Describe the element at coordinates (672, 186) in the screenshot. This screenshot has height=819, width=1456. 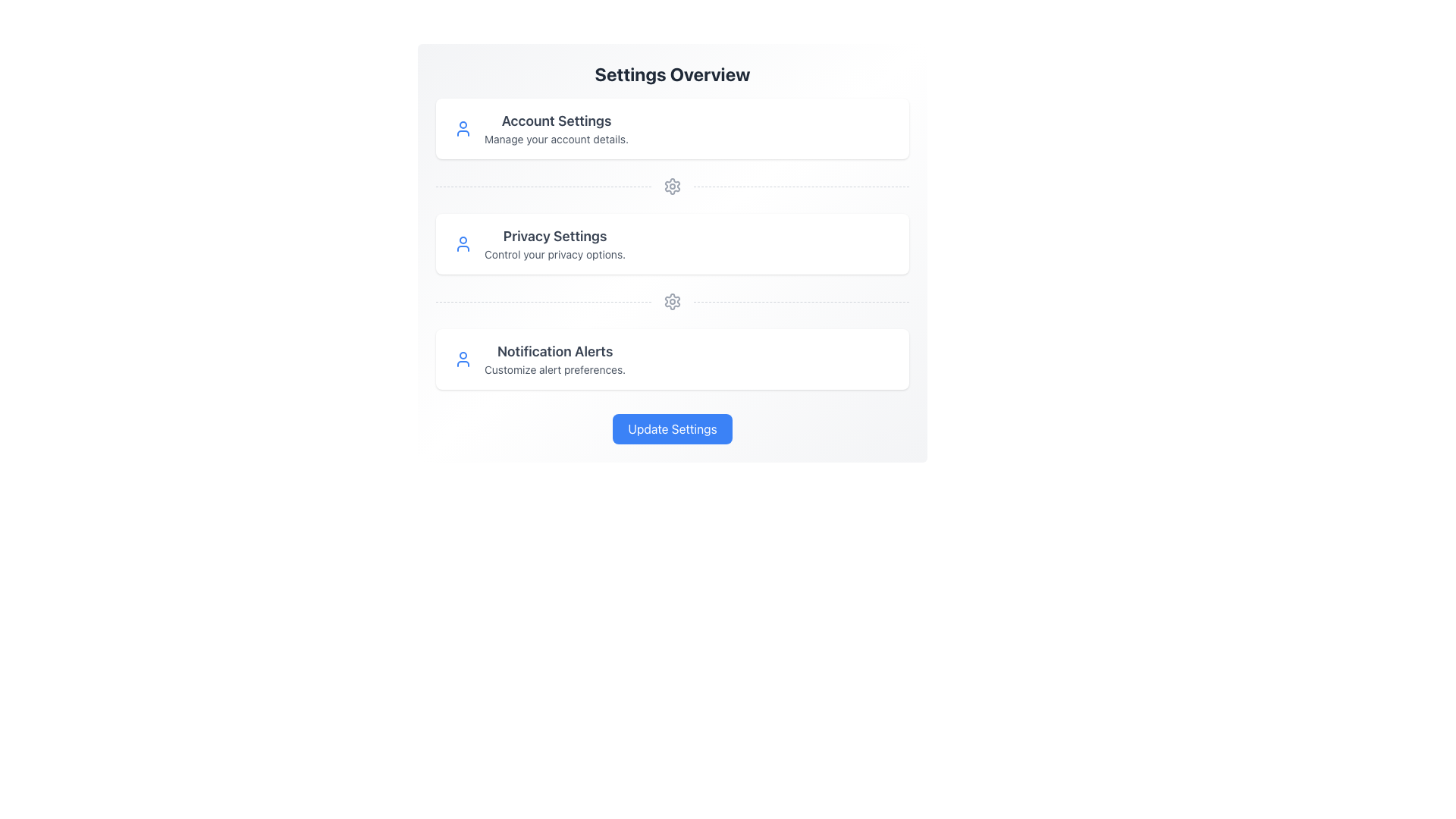
I see `the gear icon located at the center of the separator between the 'Account Settings' and 'Privacy Settings' sections` at that location.